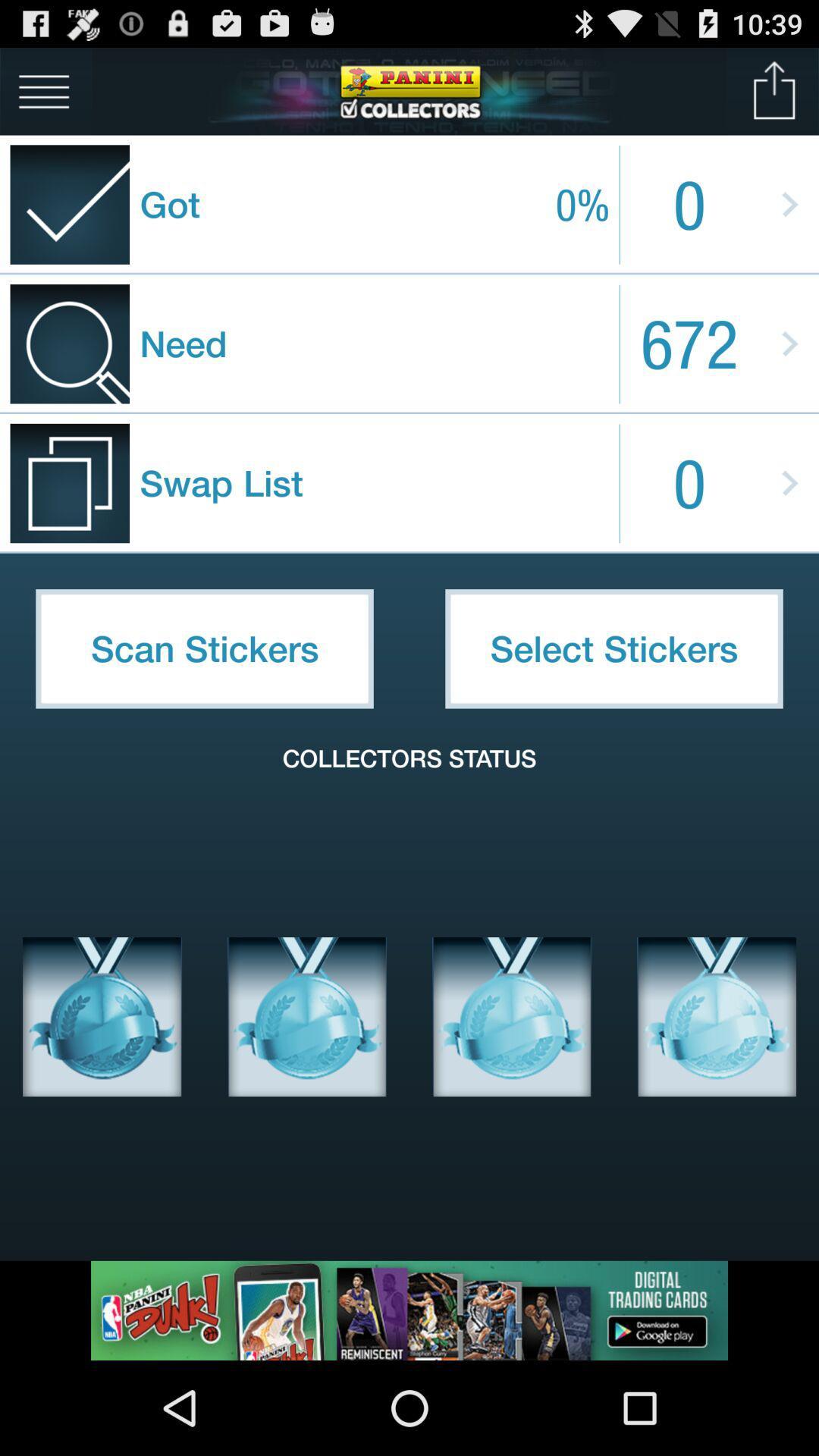 The image size is (819, 1456). I want to click on sticker, so click(307, 1016).